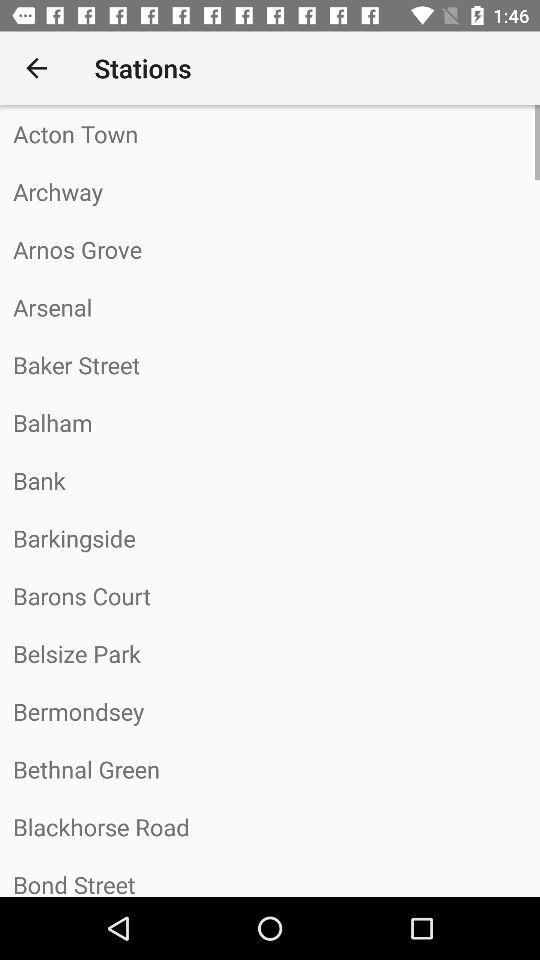  What do you see at coordinates (270, 248) in the screenshot?
I see `the arnos grove` at bounding box center [270, 248].